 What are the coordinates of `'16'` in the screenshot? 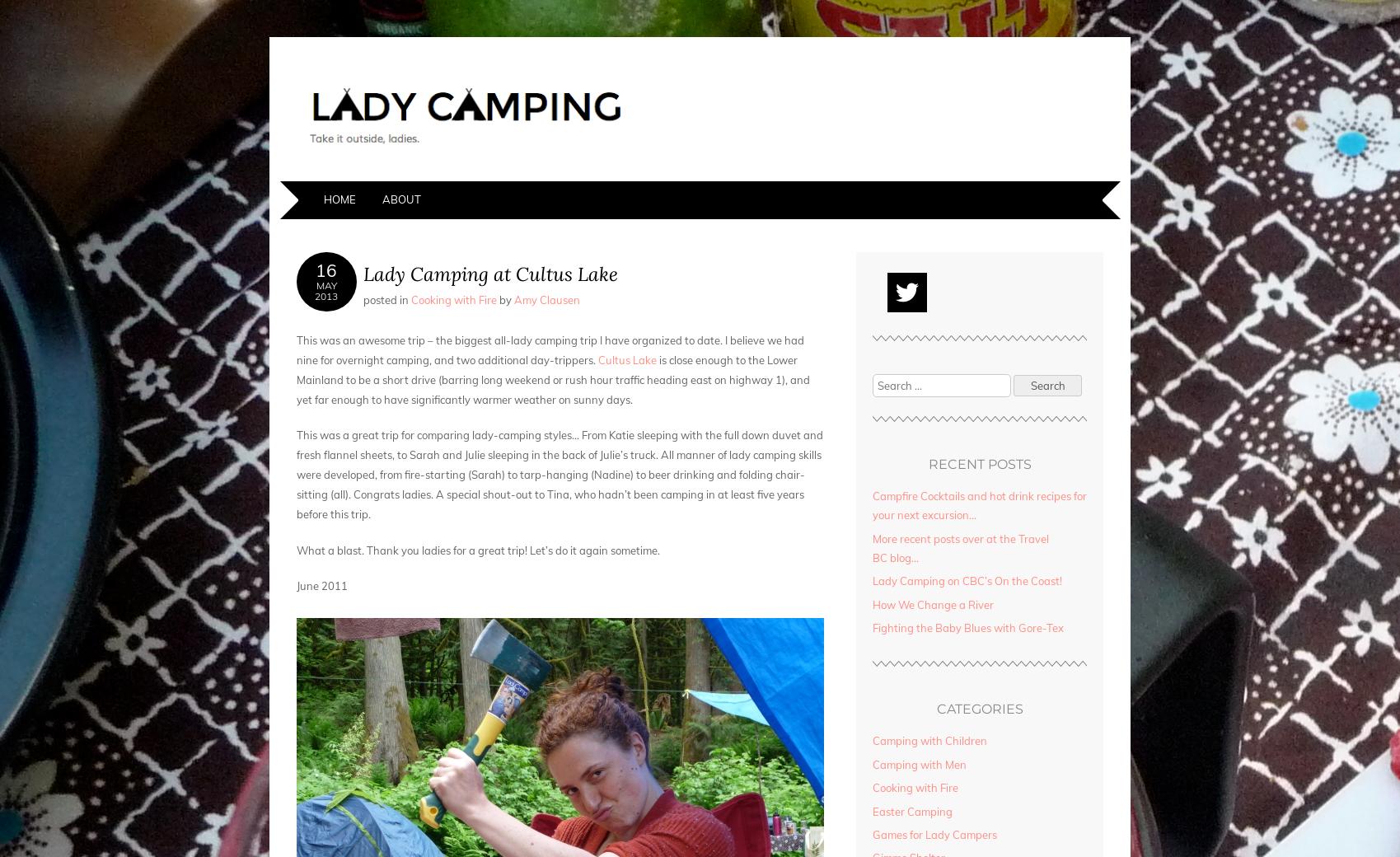 It's located at (326, 269).